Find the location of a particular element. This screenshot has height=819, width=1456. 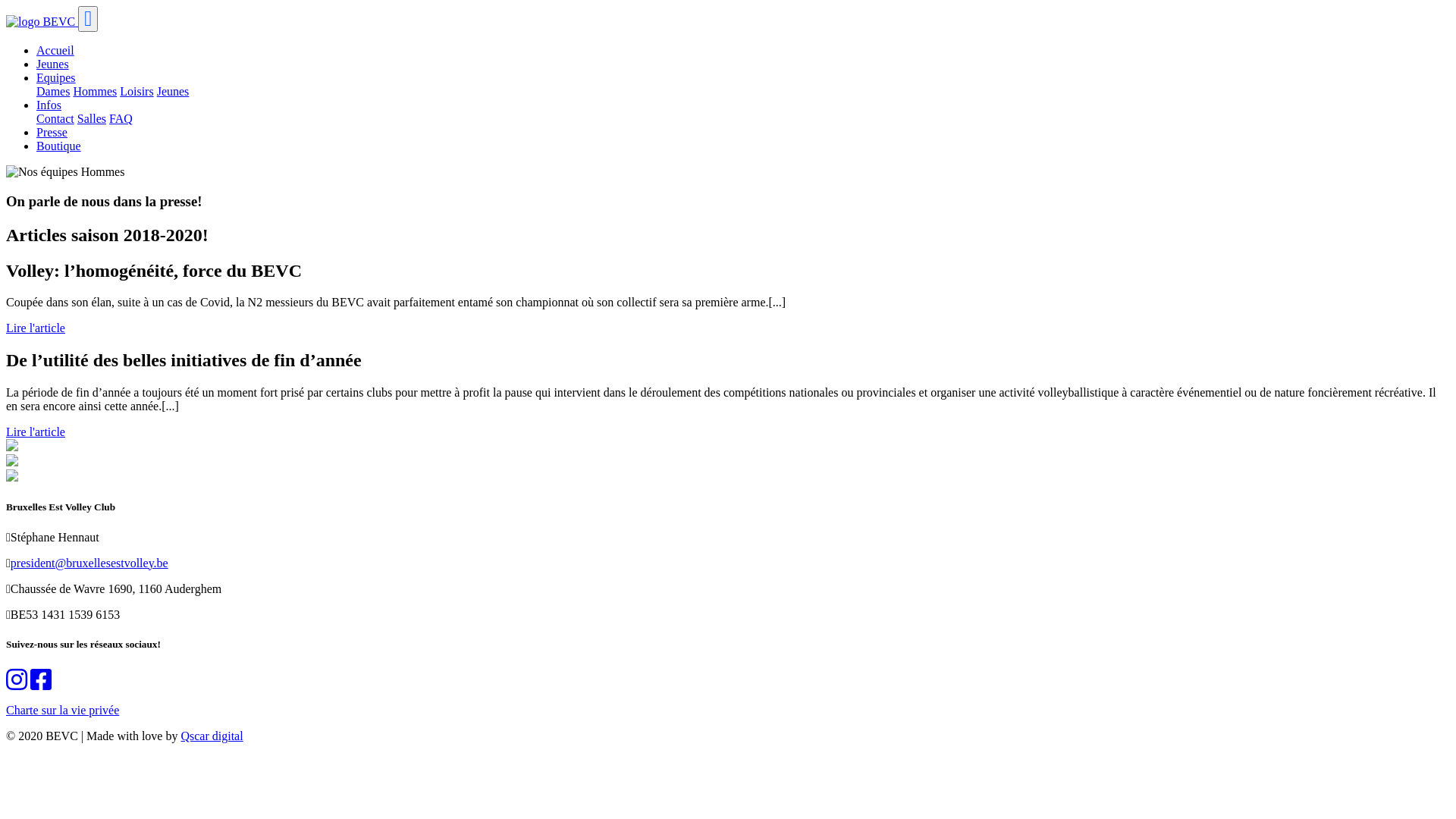

'Qscar digital' is located at coordinates (210, 735).